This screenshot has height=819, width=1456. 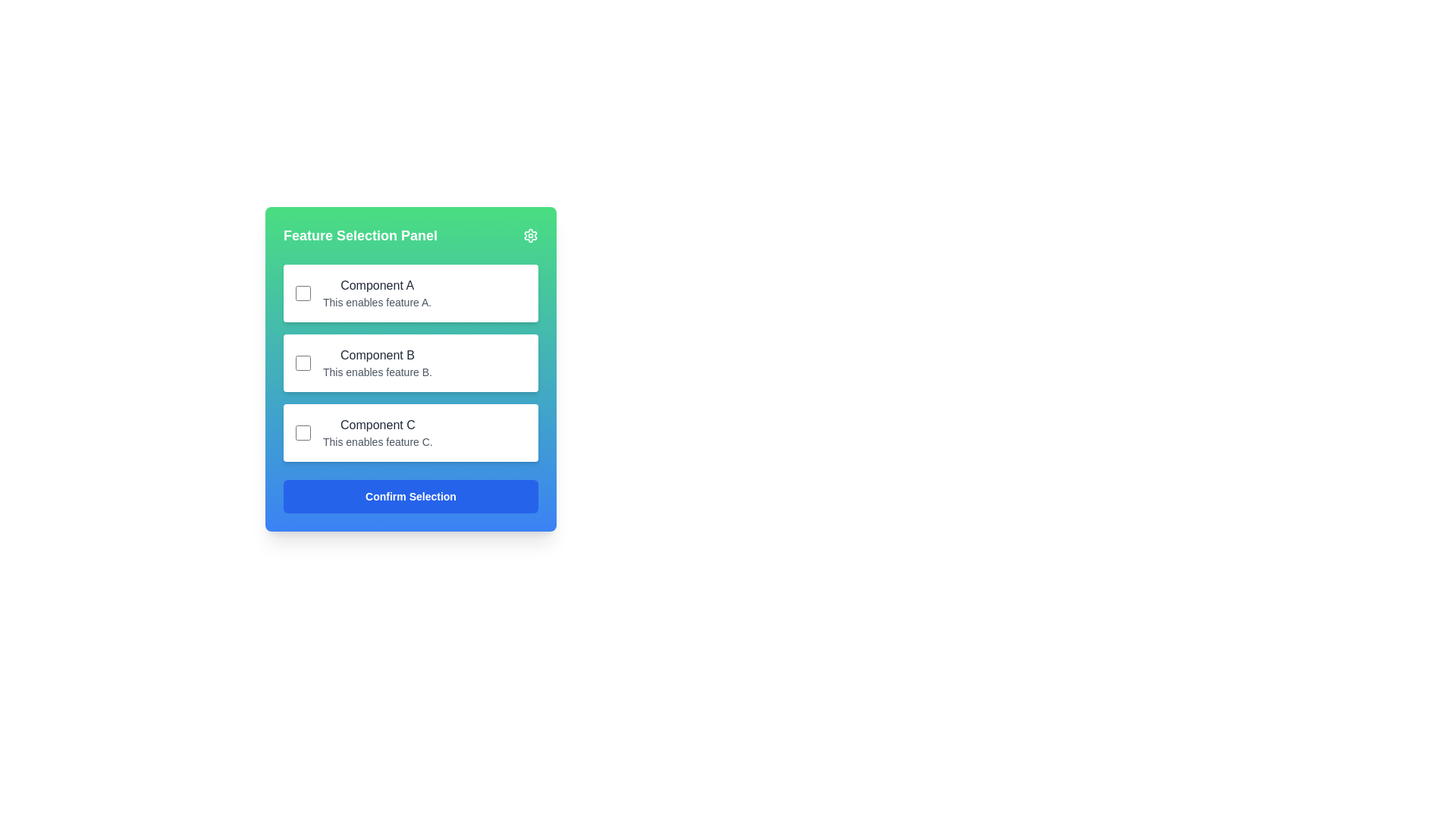 What do you see at coordinates (378, 372) in the screenshot?
I see `the descriptive label text that provides additional information about 'Component B', positioned as the second line of text within the 'Feature Selection Panel'` at bounding box center [378, 372].